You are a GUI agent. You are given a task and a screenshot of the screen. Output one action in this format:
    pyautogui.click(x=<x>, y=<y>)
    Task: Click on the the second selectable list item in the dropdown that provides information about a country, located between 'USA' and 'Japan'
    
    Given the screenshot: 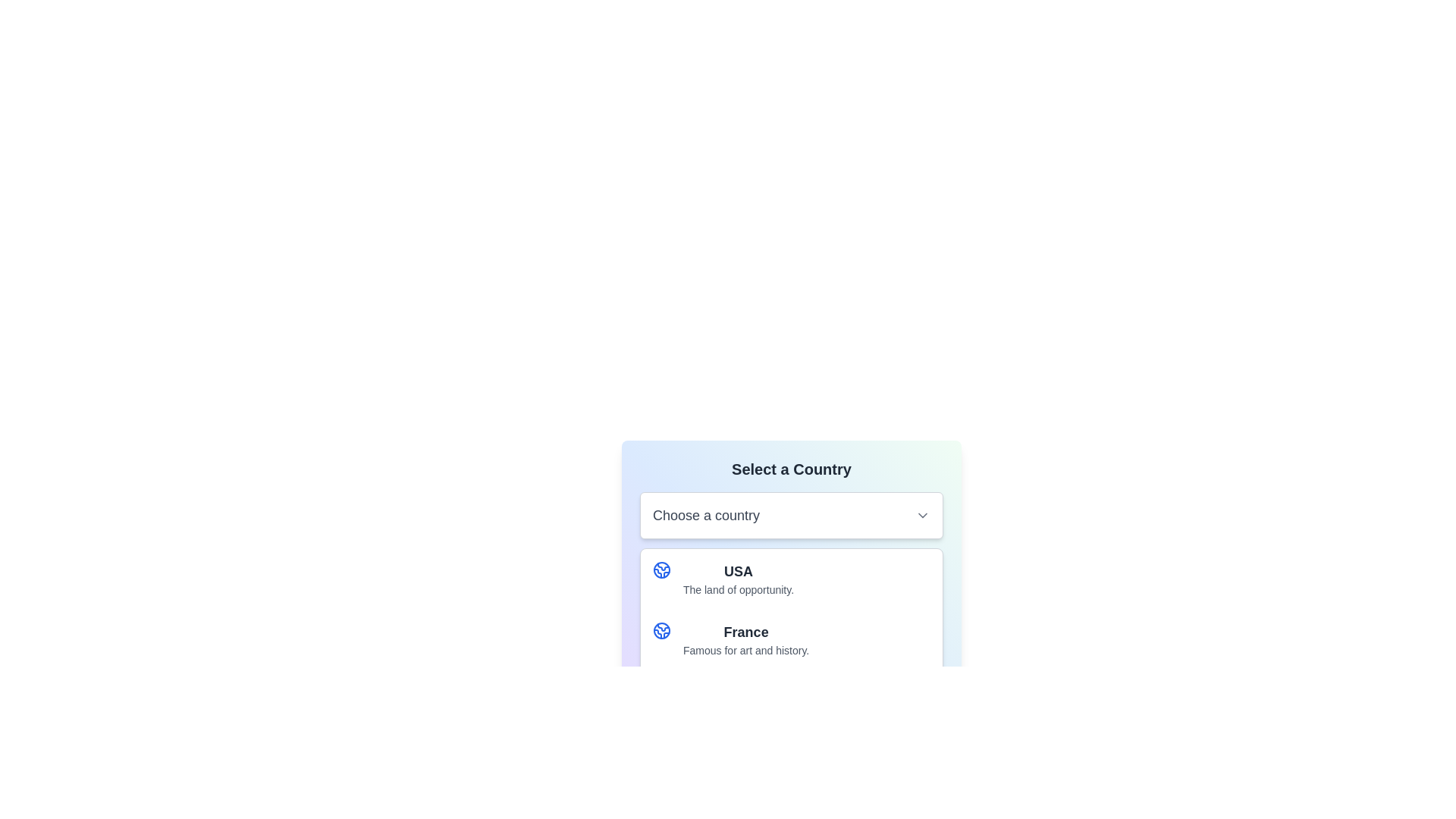 What is the action you would take?
    pyautogui.click(x=790, y=640)
    